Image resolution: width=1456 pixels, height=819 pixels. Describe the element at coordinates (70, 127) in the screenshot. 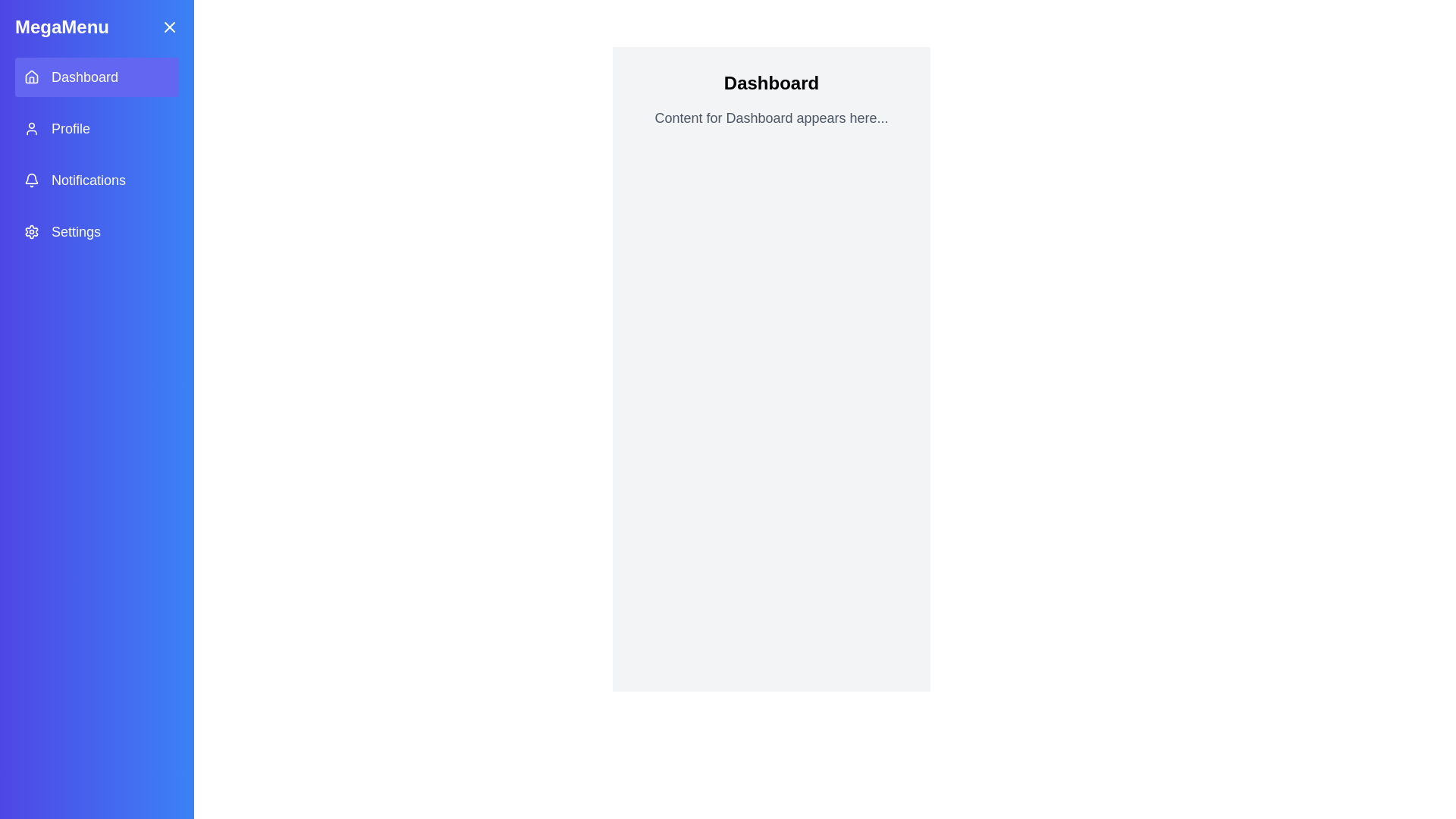

I see `text of the profile label located in the sidebar menu, which is the second item directly below 'Dashboard' and above 'Notifications', aligned with the user profile icon` at that location.